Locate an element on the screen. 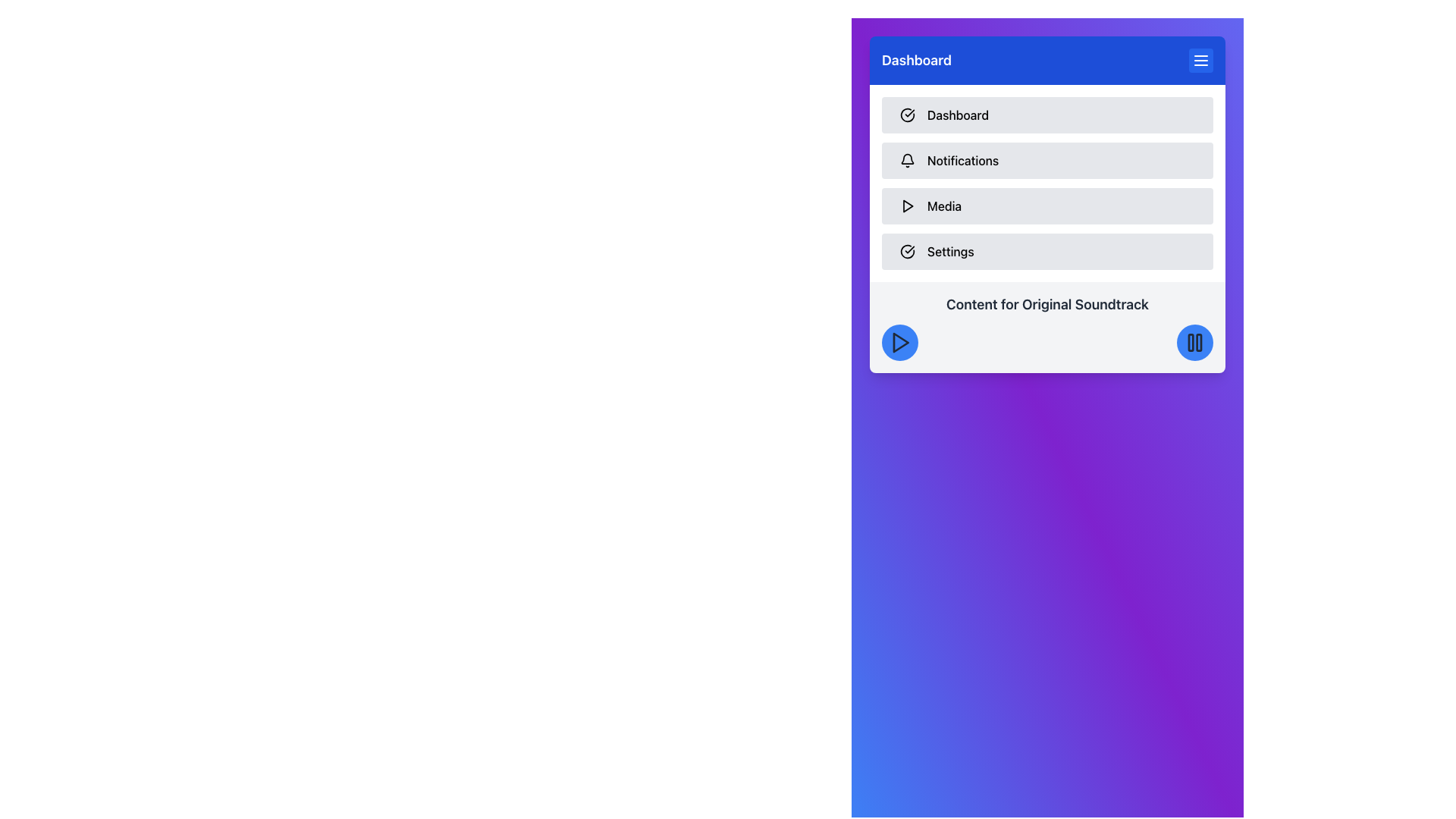 This screenshot has height=819, width=1456. the button in the top-right corner of the header bar that toggles the visibility of the navigation menu, which is aligned with the 'Dashboard' label, to trigger hover effects is located at coordinates (1200, 60).